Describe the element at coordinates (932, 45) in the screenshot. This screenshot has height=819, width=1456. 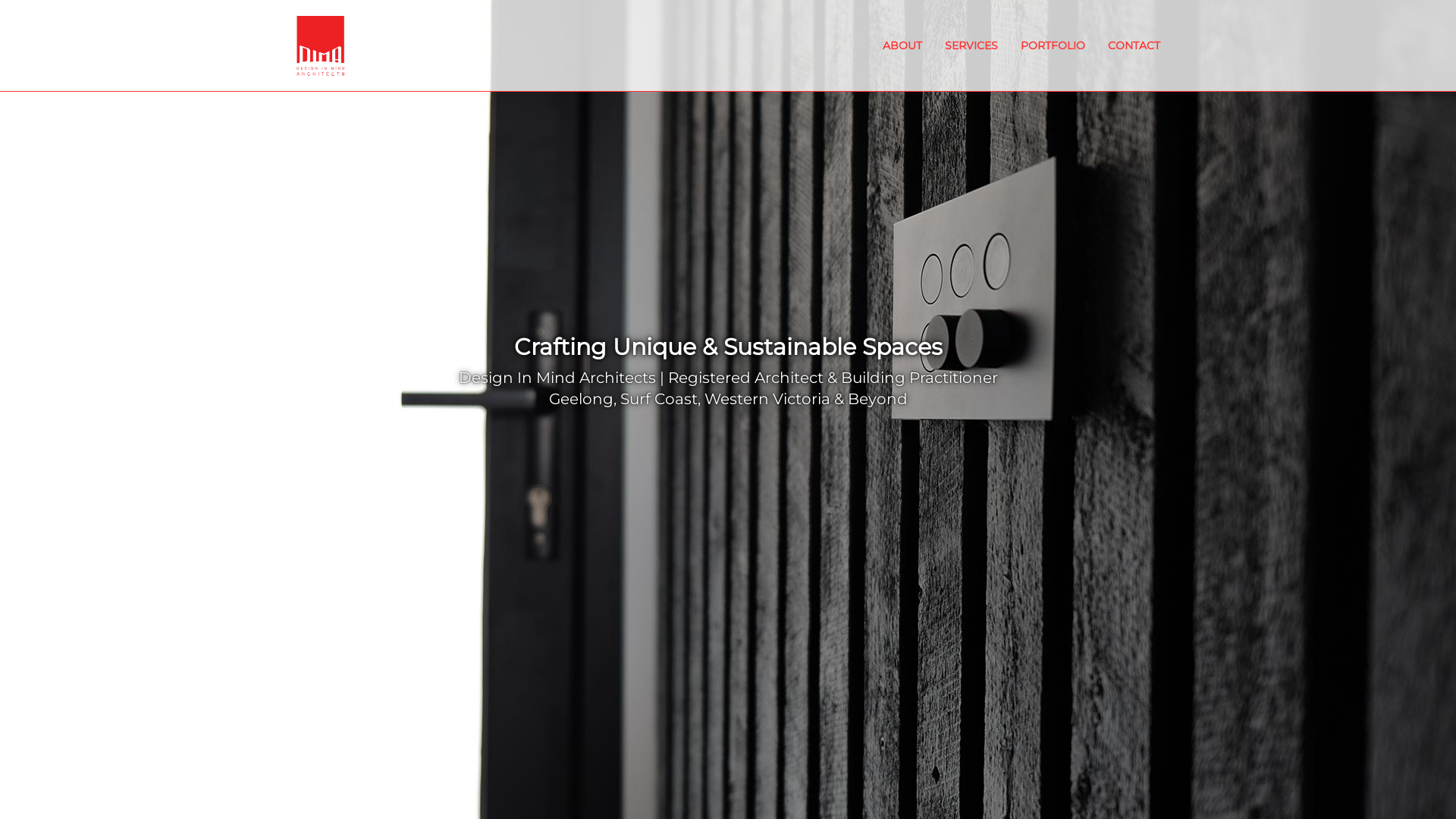
I see `'SERVICES'` at that location.